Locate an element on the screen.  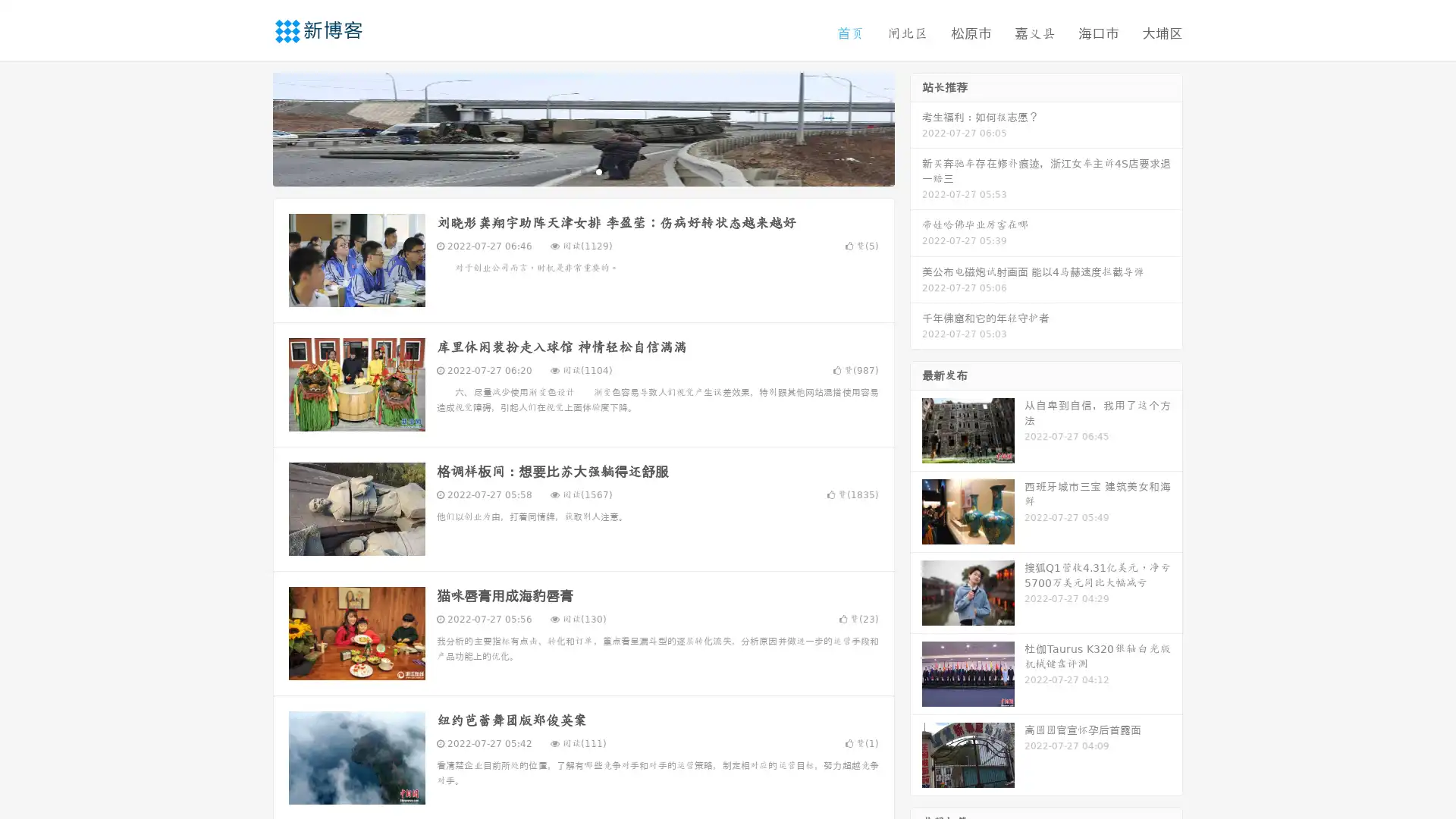
Go to slide 3 is located at coordinates (598, 171).